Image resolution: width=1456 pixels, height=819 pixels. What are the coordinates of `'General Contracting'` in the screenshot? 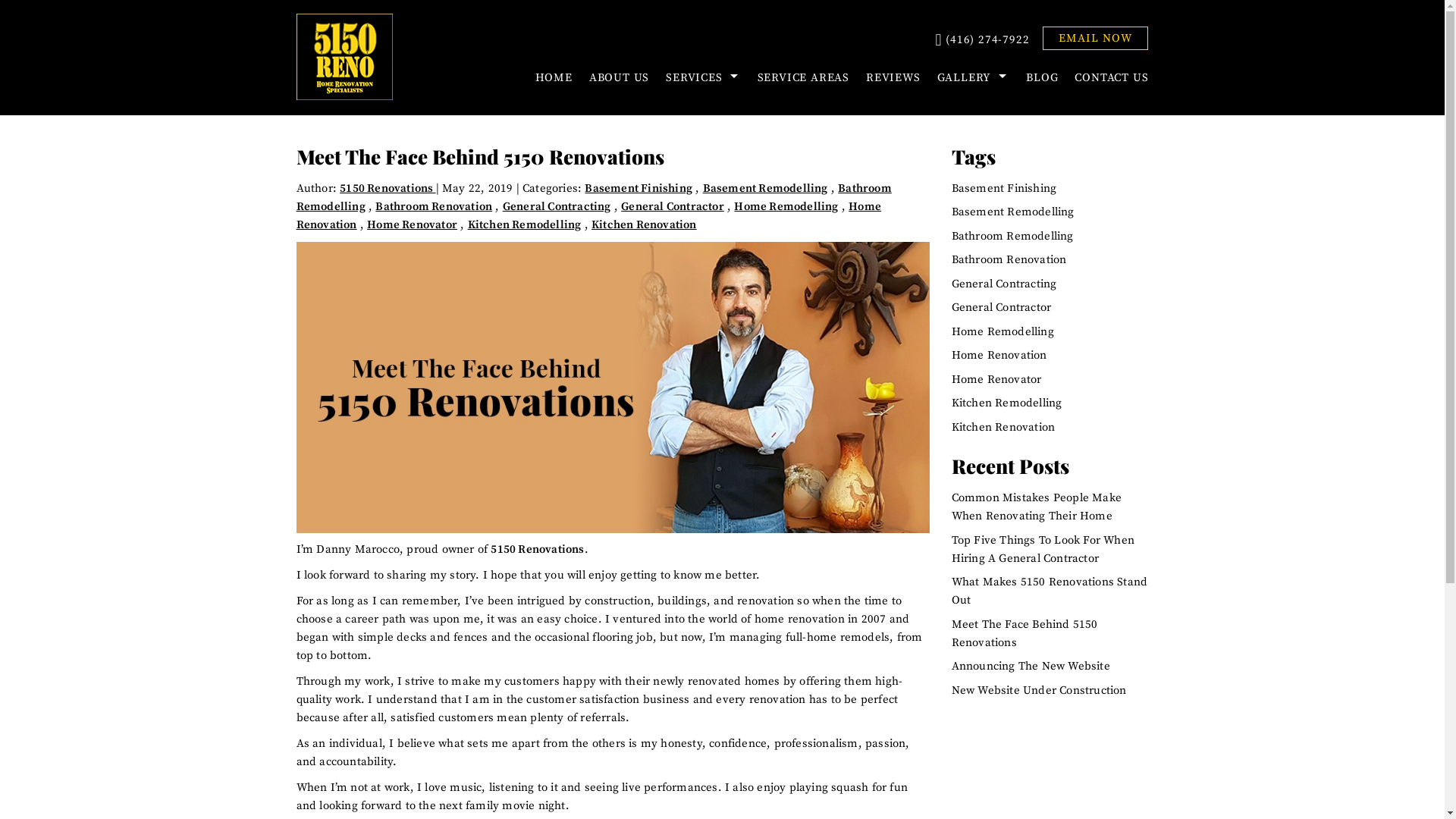 It's located at (502, 206).